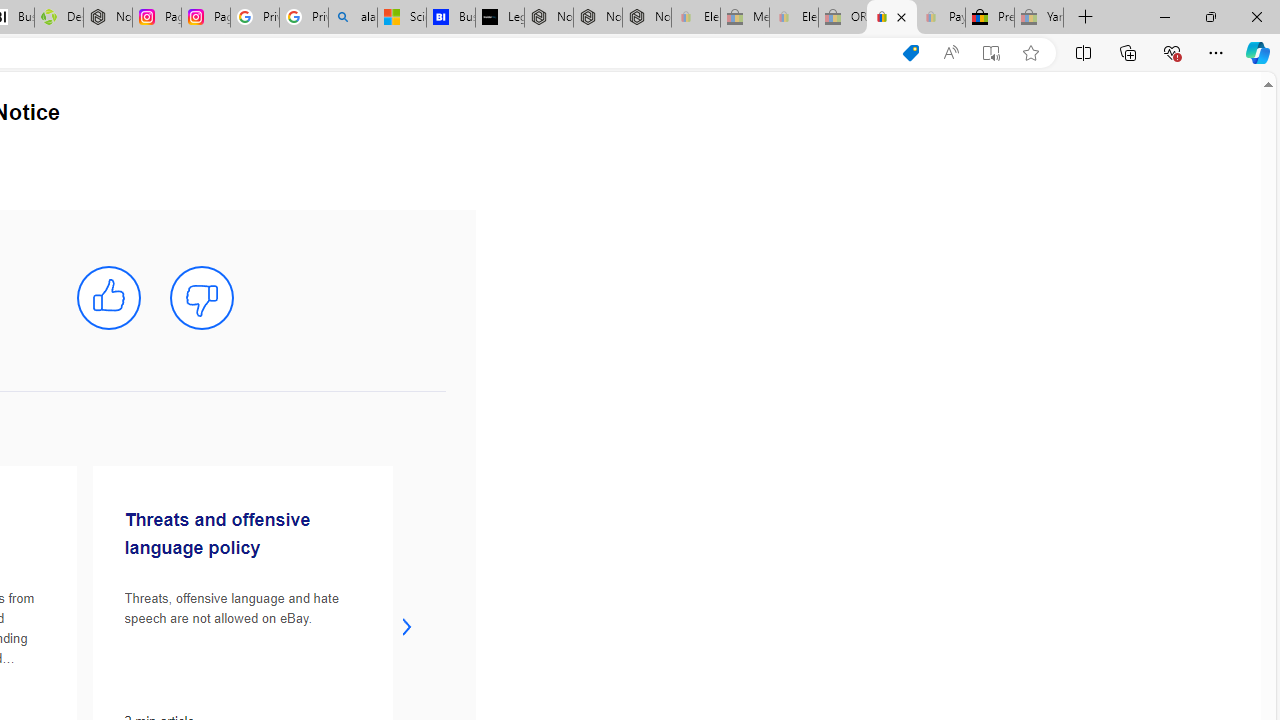 The width and height of the screenshot is (1280, 720). What do you see at coordinates (891, 17) in the screenshot?
I see `'User Privacy Notice | eBay'` at bounding box center [891, 17].